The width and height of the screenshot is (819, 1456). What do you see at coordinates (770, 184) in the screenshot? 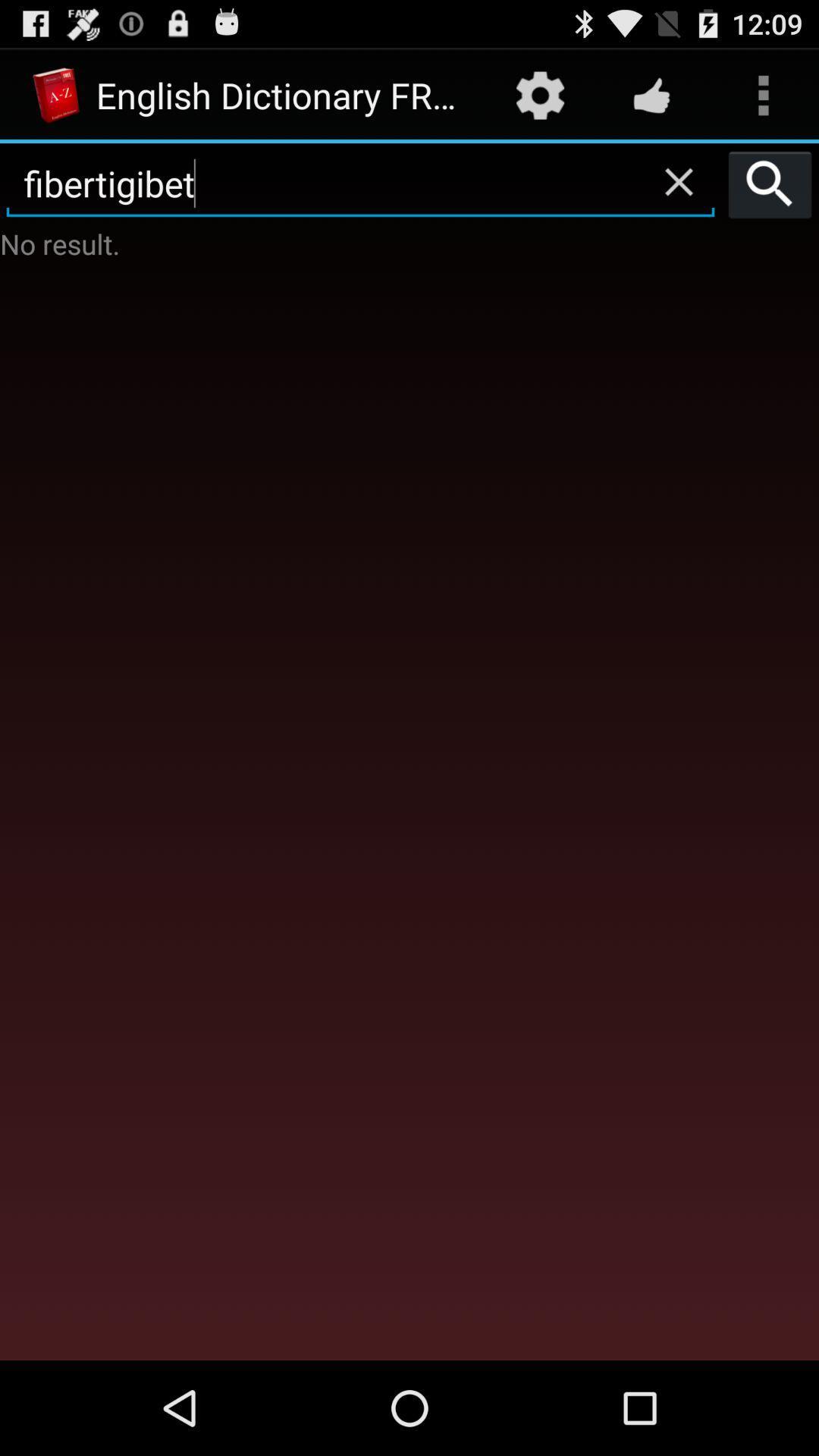
I see `the icon next to fibertigibet` at bounding box center [770, 184].